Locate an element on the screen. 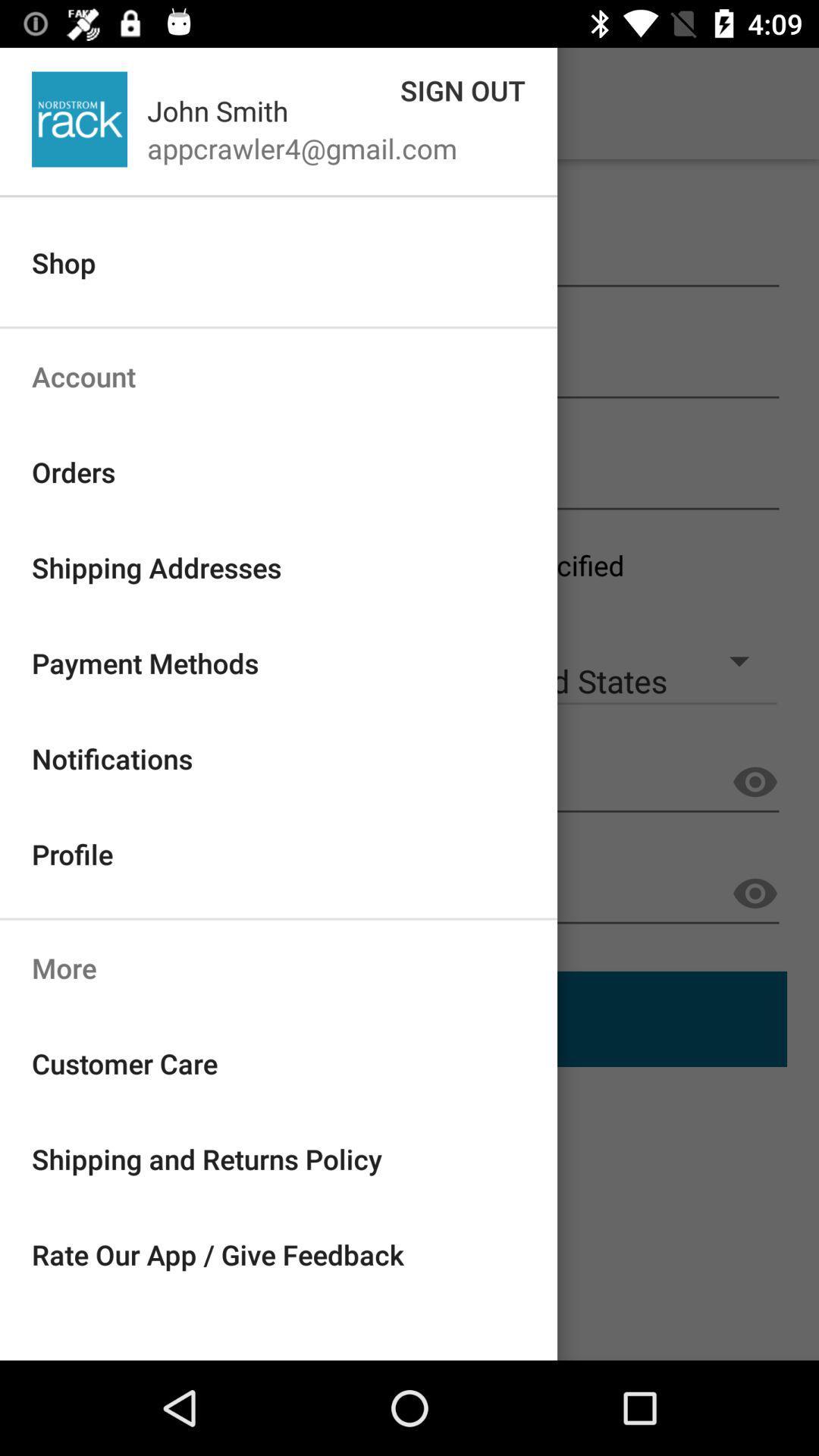  the visibility icon is located at coordinates (755, 894).